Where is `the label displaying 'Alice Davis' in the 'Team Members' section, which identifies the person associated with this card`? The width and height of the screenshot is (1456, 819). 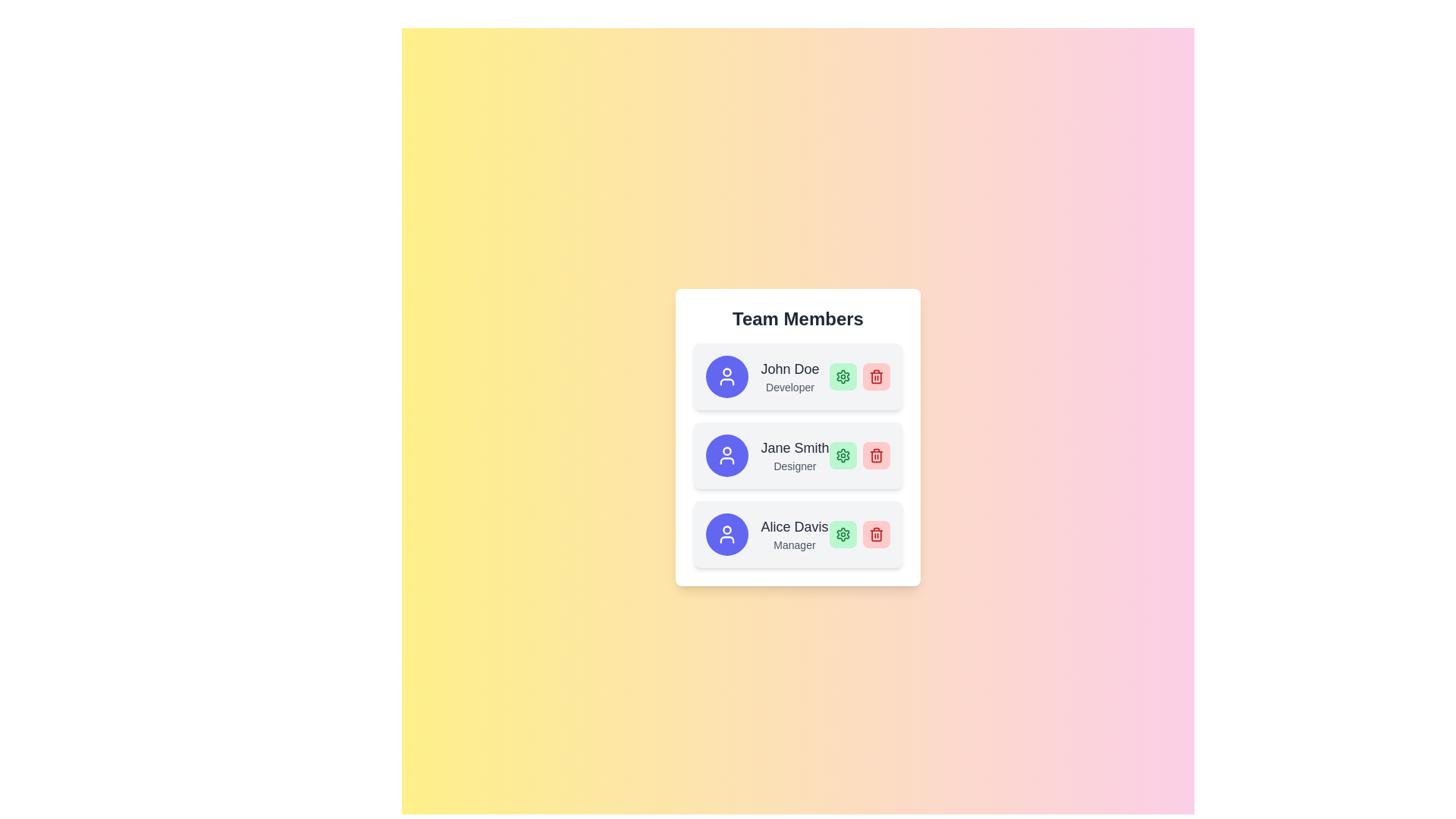 the label displaying 'Alice Davis' in the 'Team Members' section, which identifies the person associated with this card is located at coordinates (793, 526).